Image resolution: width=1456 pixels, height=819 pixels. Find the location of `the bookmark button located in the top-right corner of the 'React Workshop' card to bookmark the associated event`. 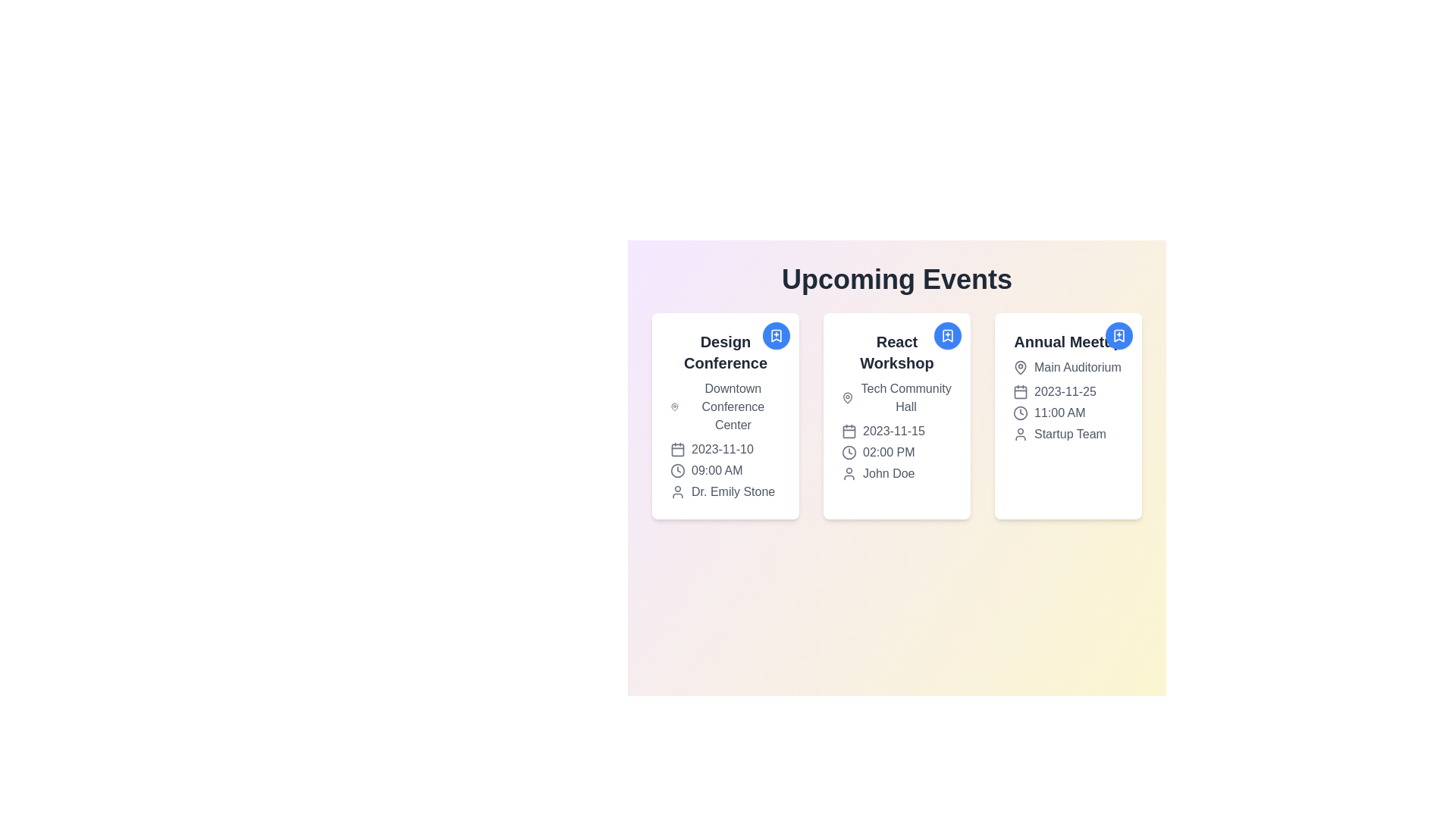

the bookmark button located in the top-right corner of the 'React Workshop' card to bookmark the associated event is located at coordinates (946, 335).